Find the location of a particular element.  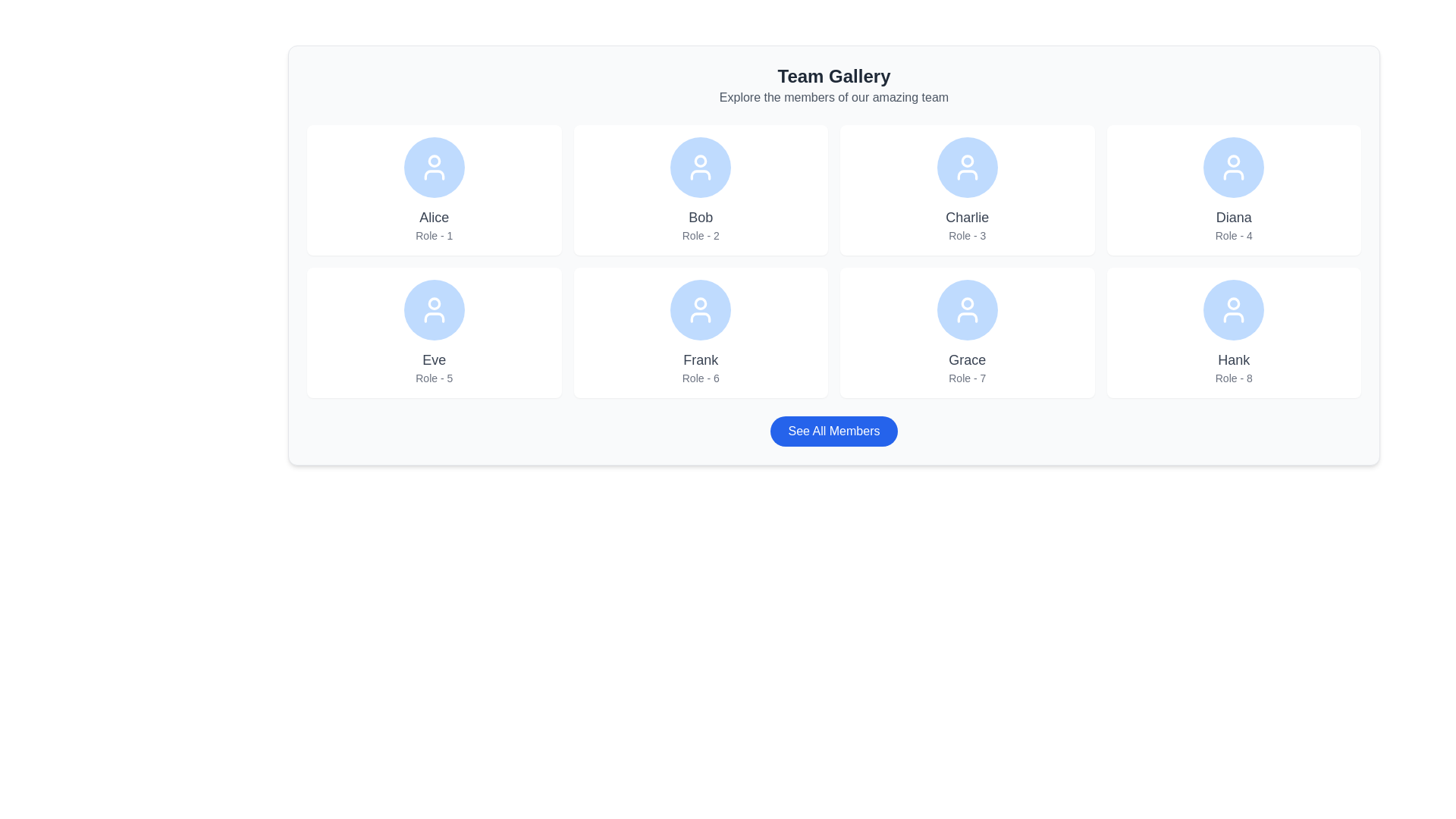

the button located centrally at the bottom of the 'Team Gallery' section is located at coordinates (833, 431).